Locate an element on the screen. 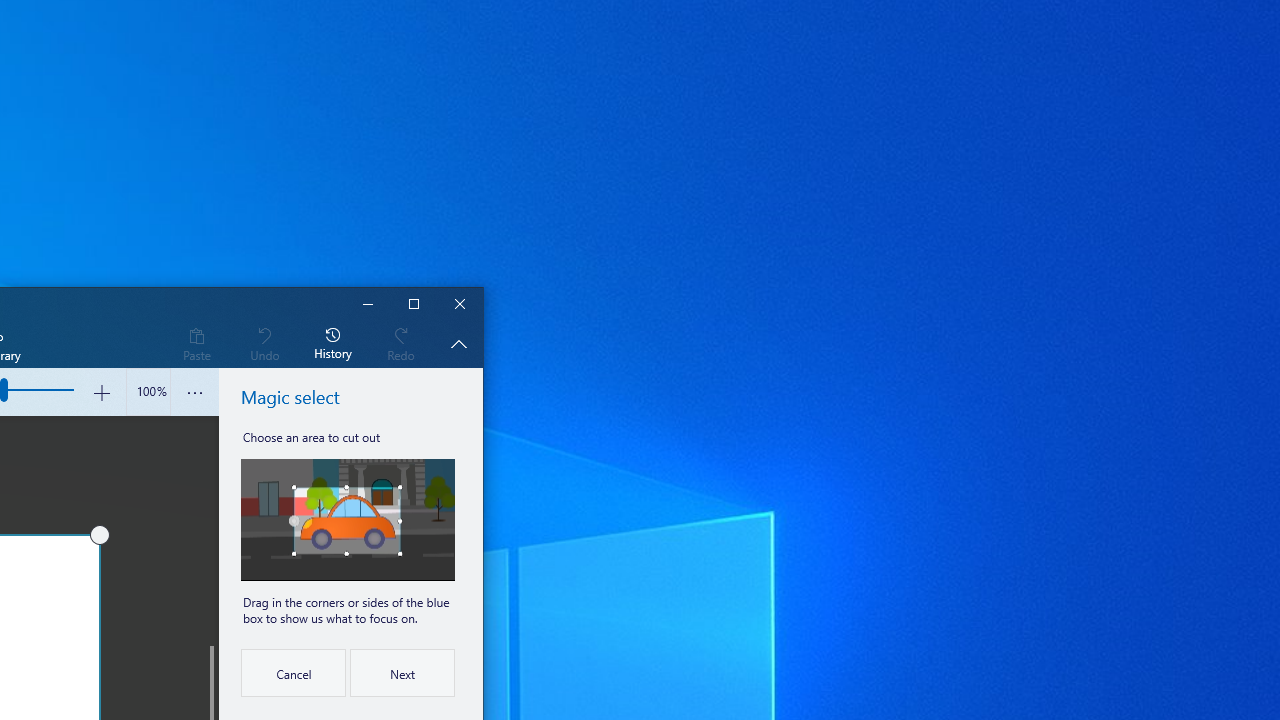 This screenshot has width=1280, height=720. 'Next' is located at coordinates (400, 672).